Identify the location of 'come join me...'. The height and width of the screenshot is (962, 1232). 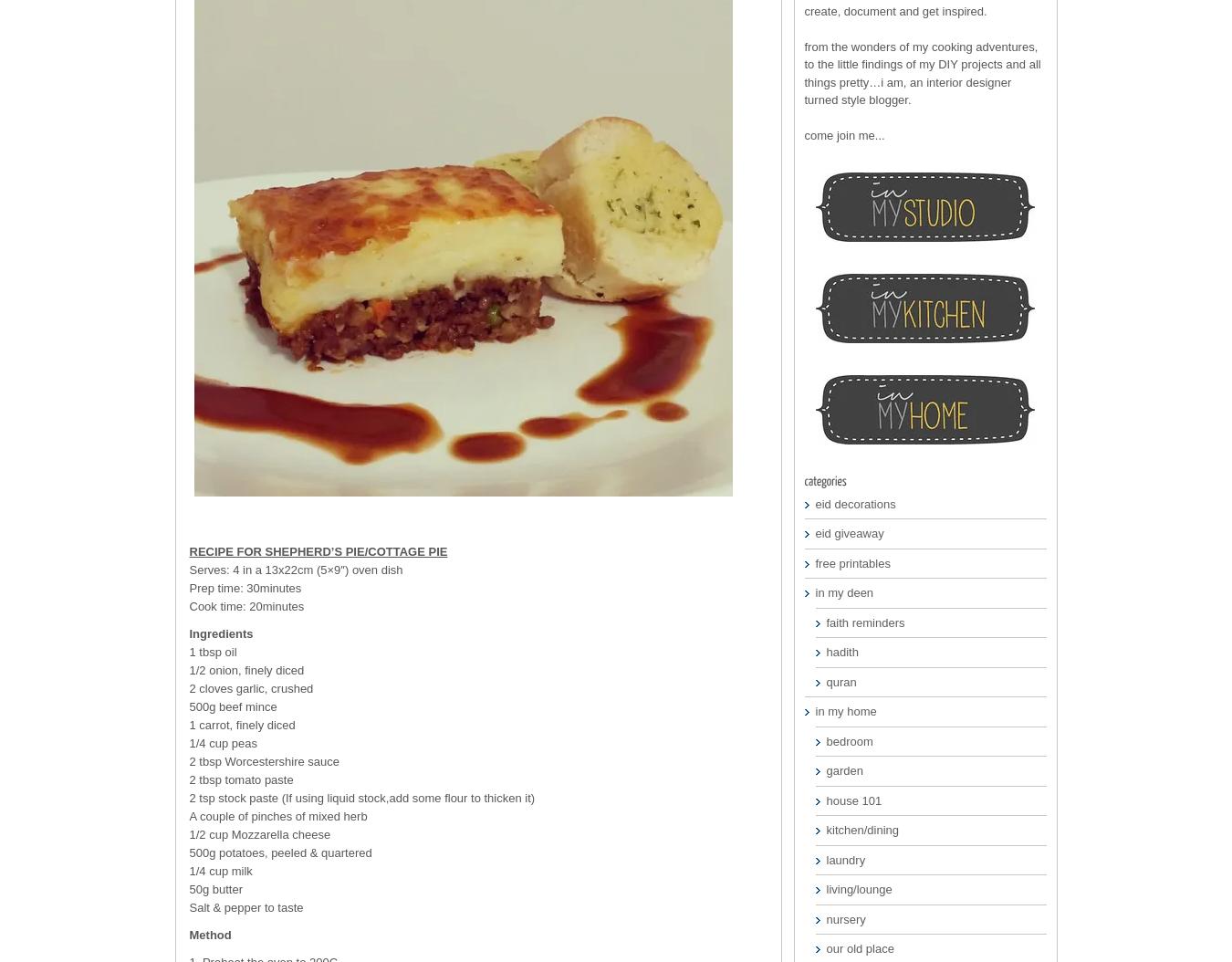
(843, 135).